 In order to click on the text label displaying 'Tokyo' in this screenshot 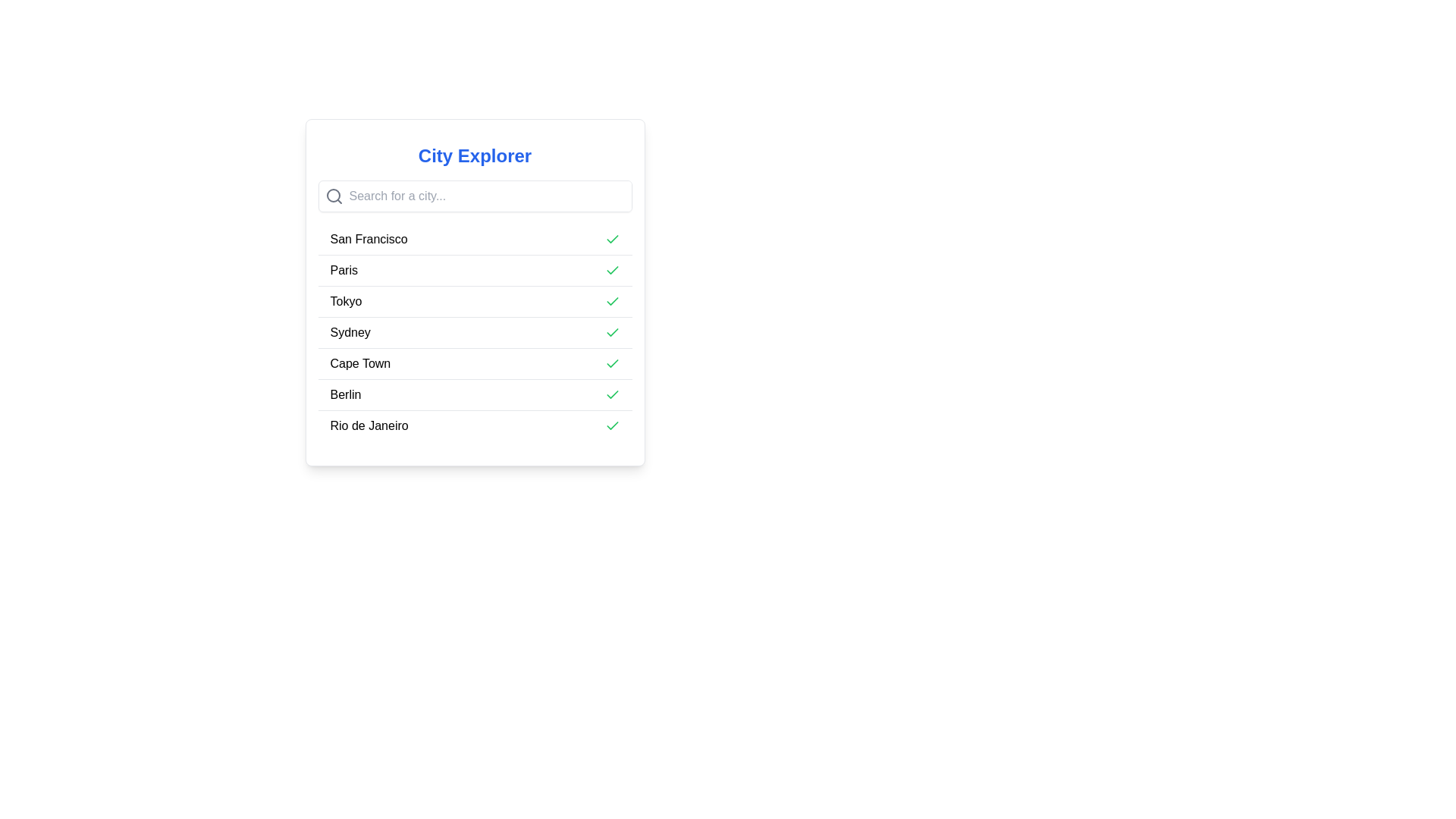, I will do `click(345, 301)`.